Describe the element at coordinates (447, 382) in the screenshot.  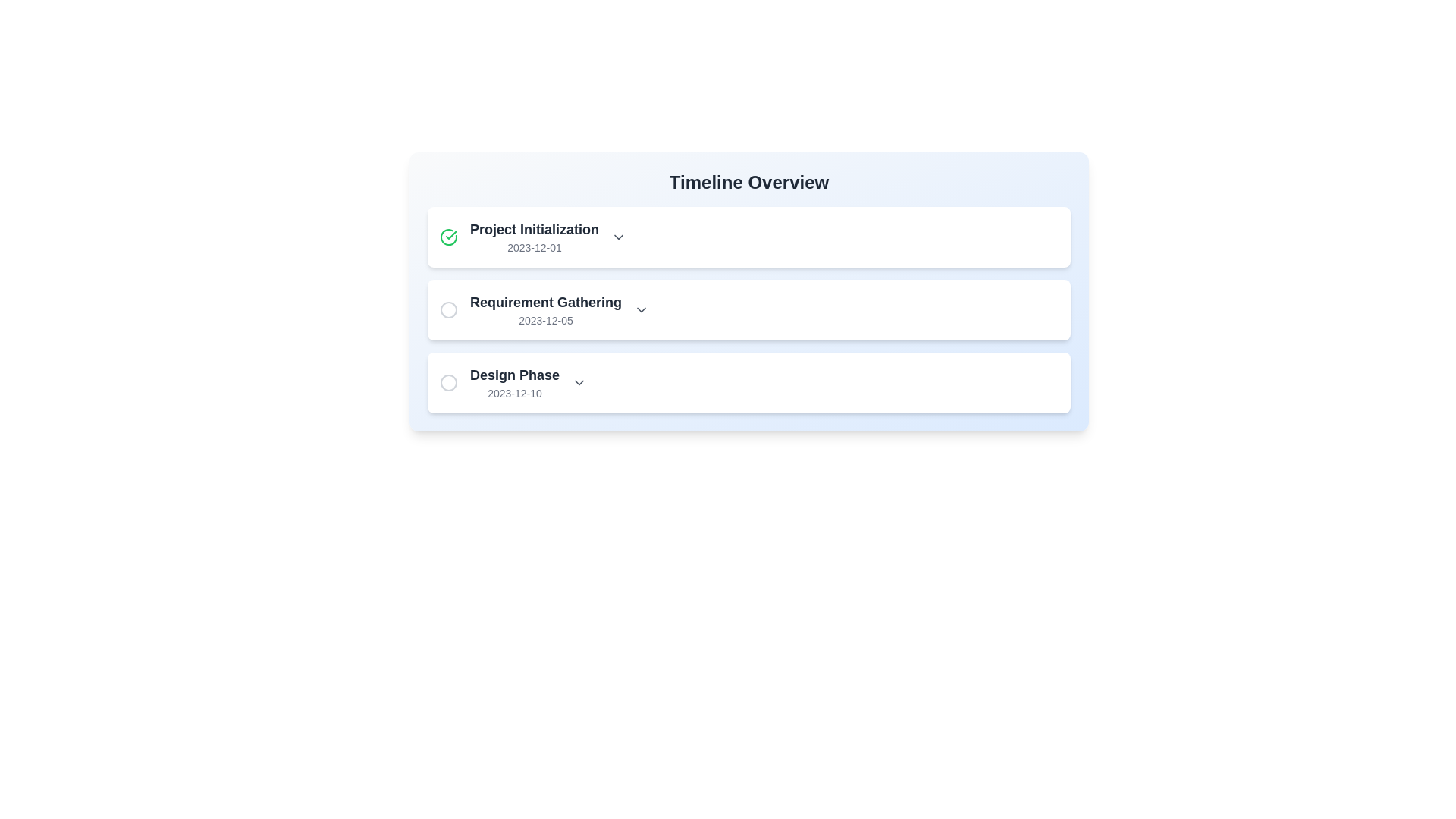
I see `the circular icon with a gray border, which is positioned to the left of the 'Design Phase' text and above the date '2023-12-10'` at that location.